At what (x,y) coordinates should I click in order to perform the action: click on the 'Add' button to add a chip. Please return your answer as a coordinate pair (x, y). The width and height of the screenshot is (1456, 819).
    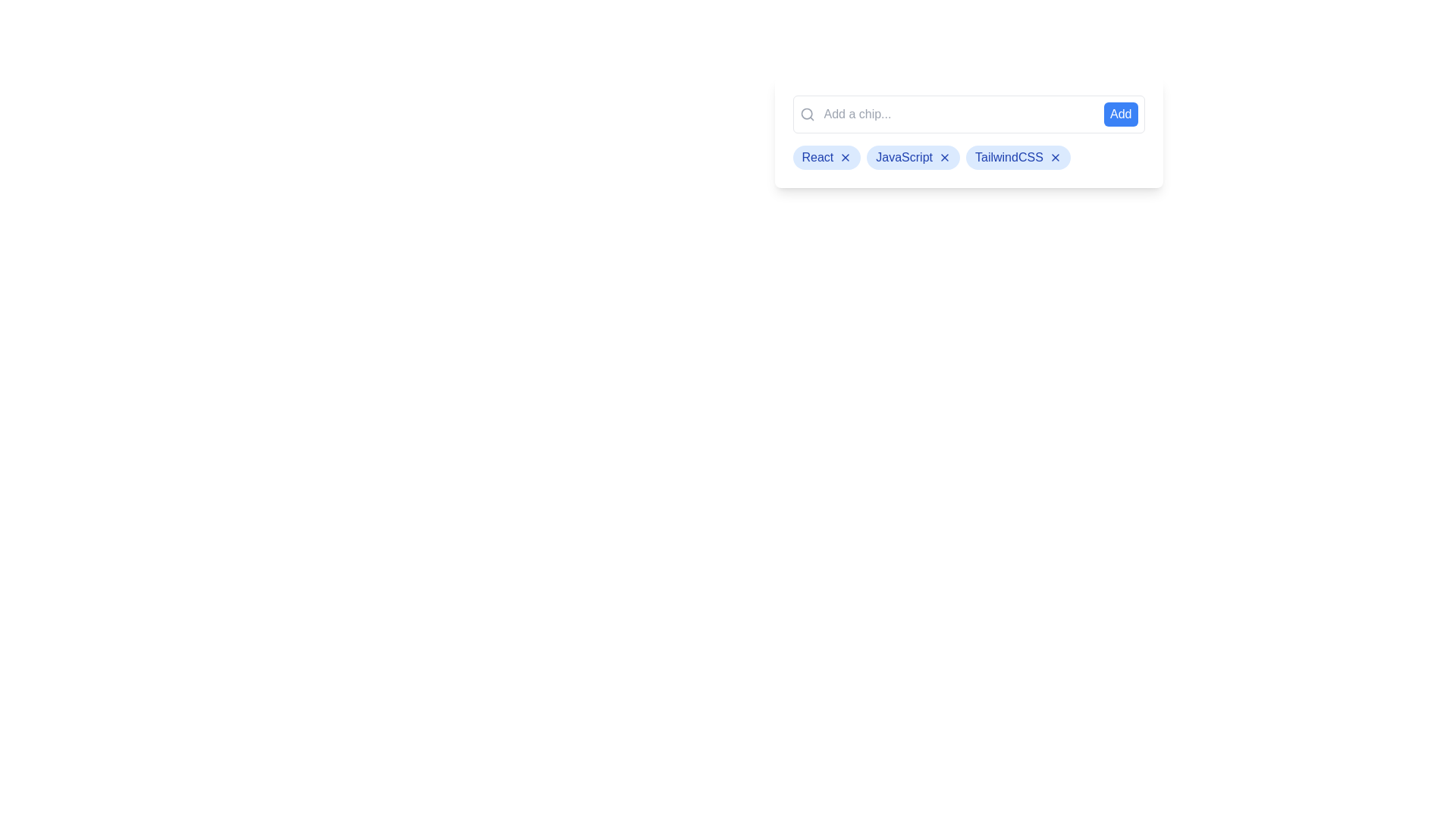
    Looking at the image, I should click on (1121, 113).